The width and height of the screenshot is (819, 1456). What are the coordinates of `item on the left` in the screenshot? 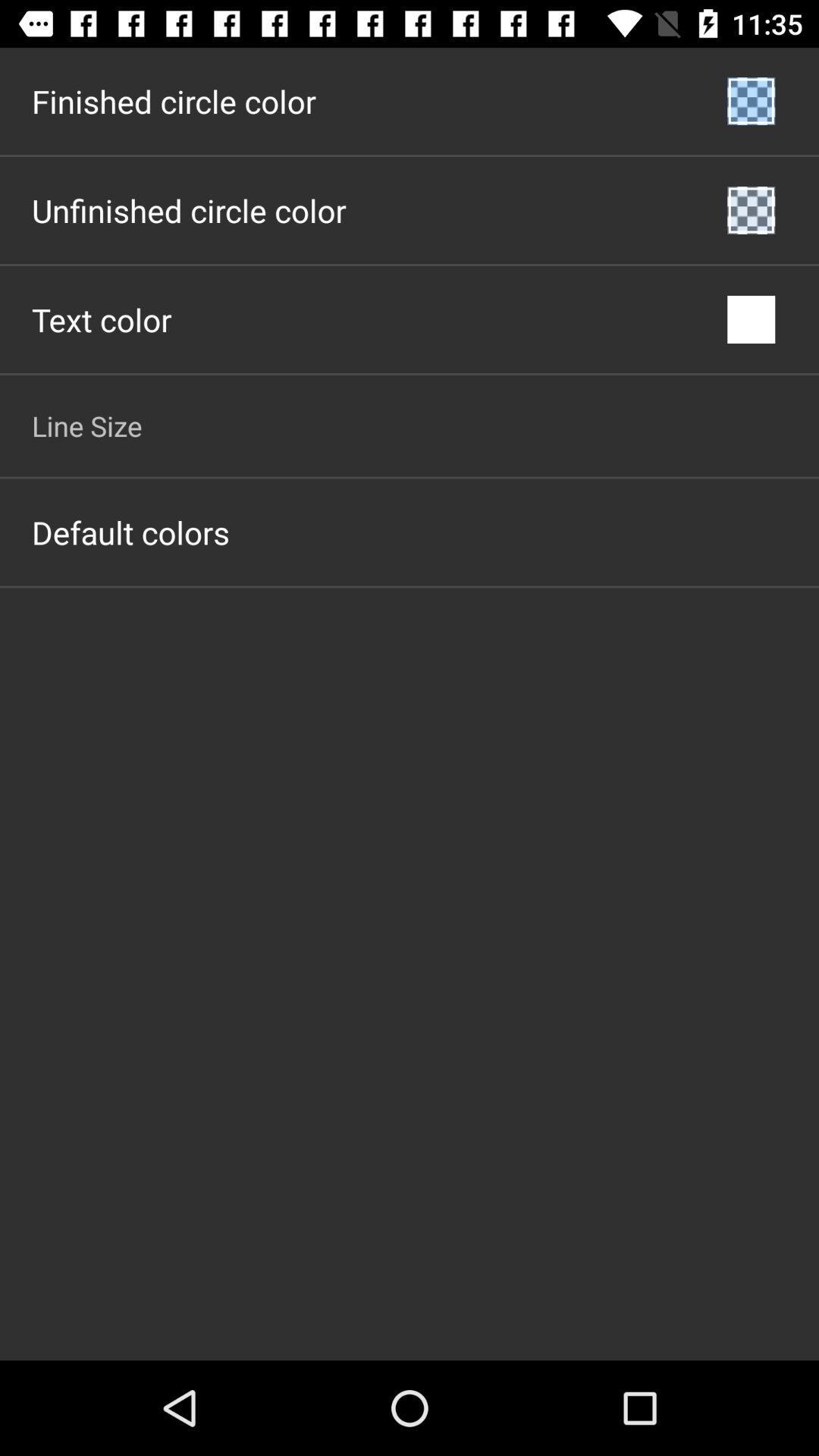 It's located at (130, 532).